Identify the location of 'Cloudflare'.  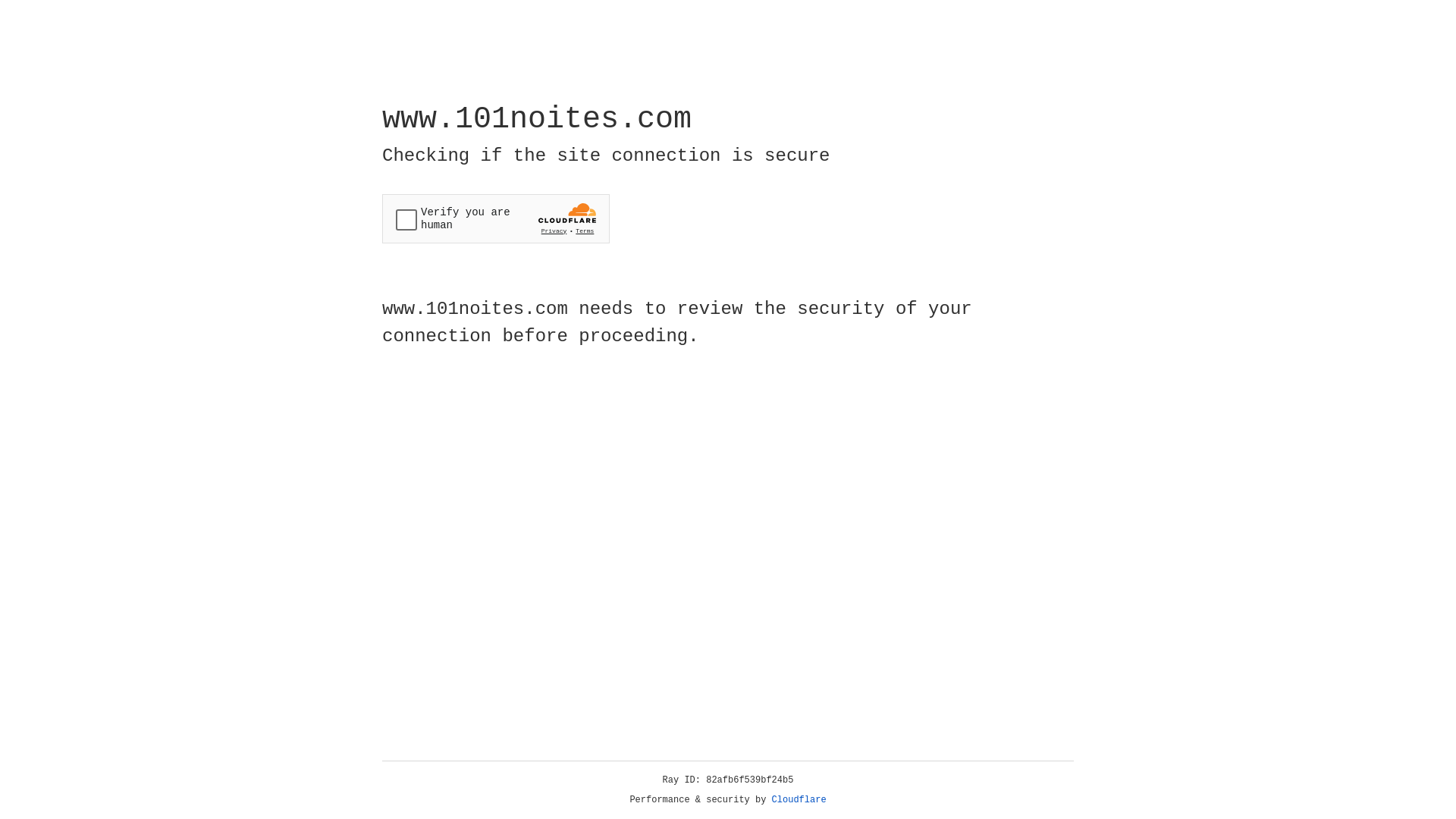
(799, 799).